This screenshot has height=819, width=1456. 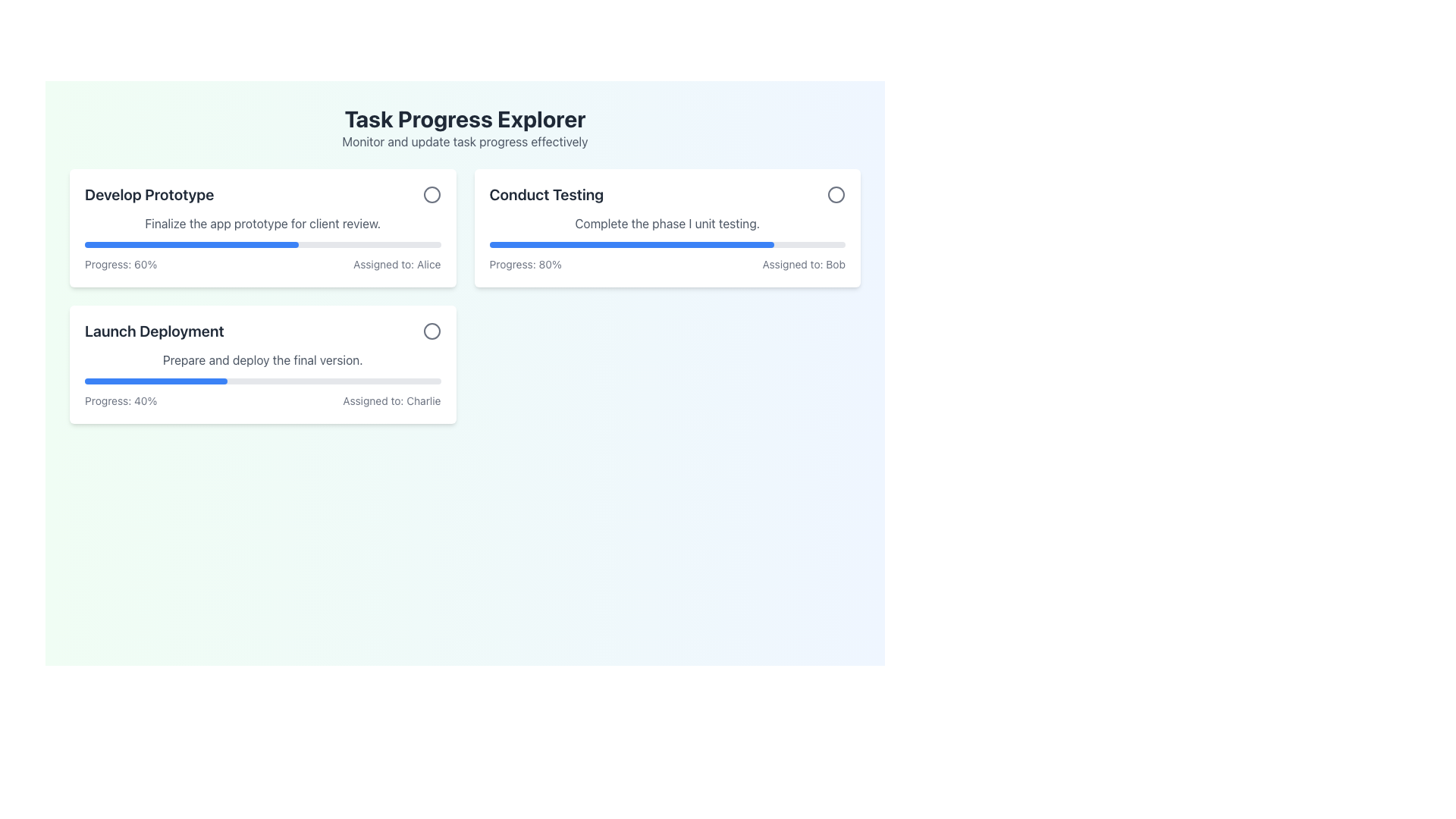 I want to click on the progress bar located in the 'Conduct Testing' task card, which visually represents the completion progress of the associated task, so click(x=667, y=244).